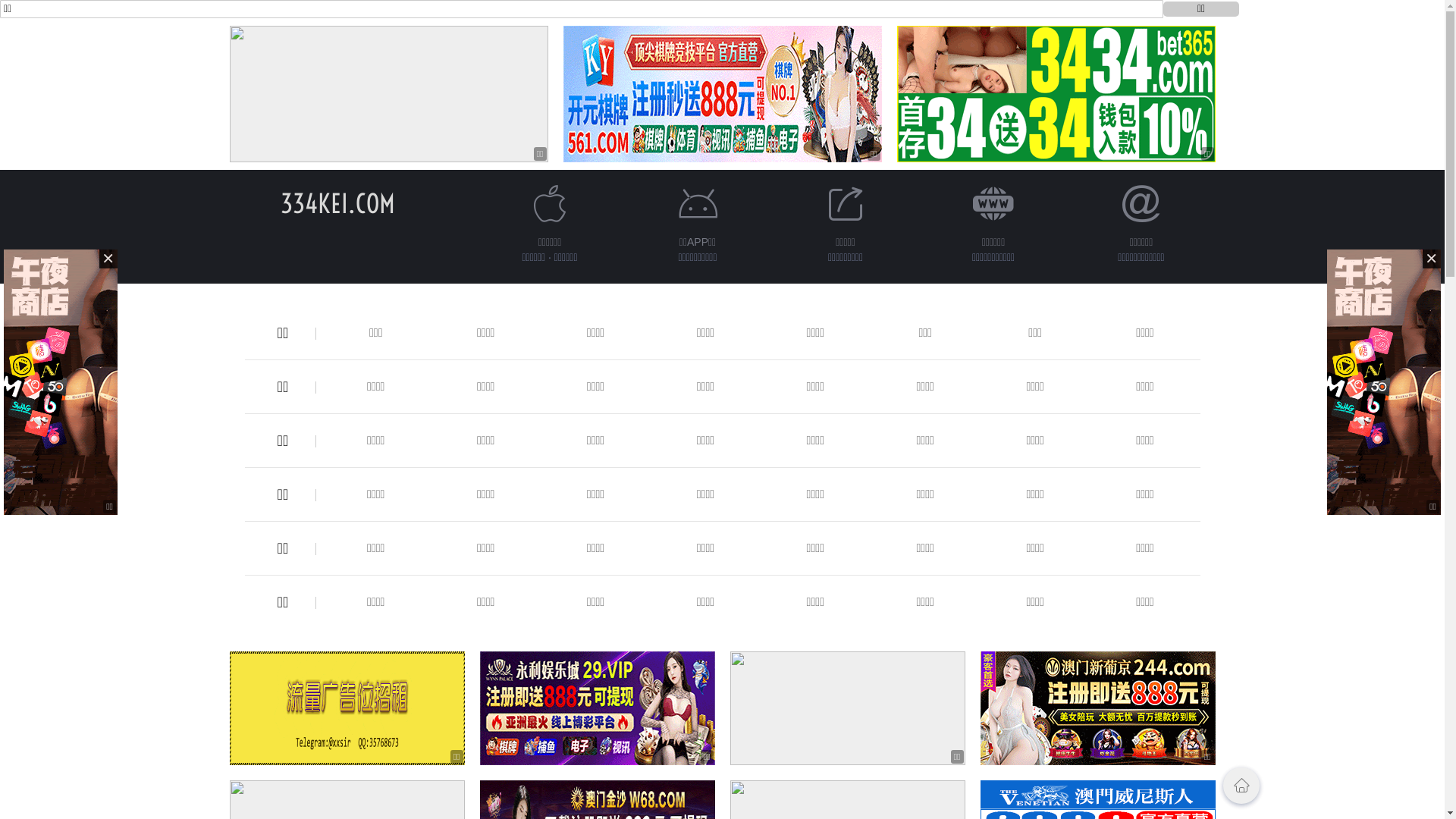 The height and width of the screenshot is (819, 1456). What do you see at coordinates (337, 202) in the screenshot?
I see `'334KEI.COM'` at bounding box center [337, 202].